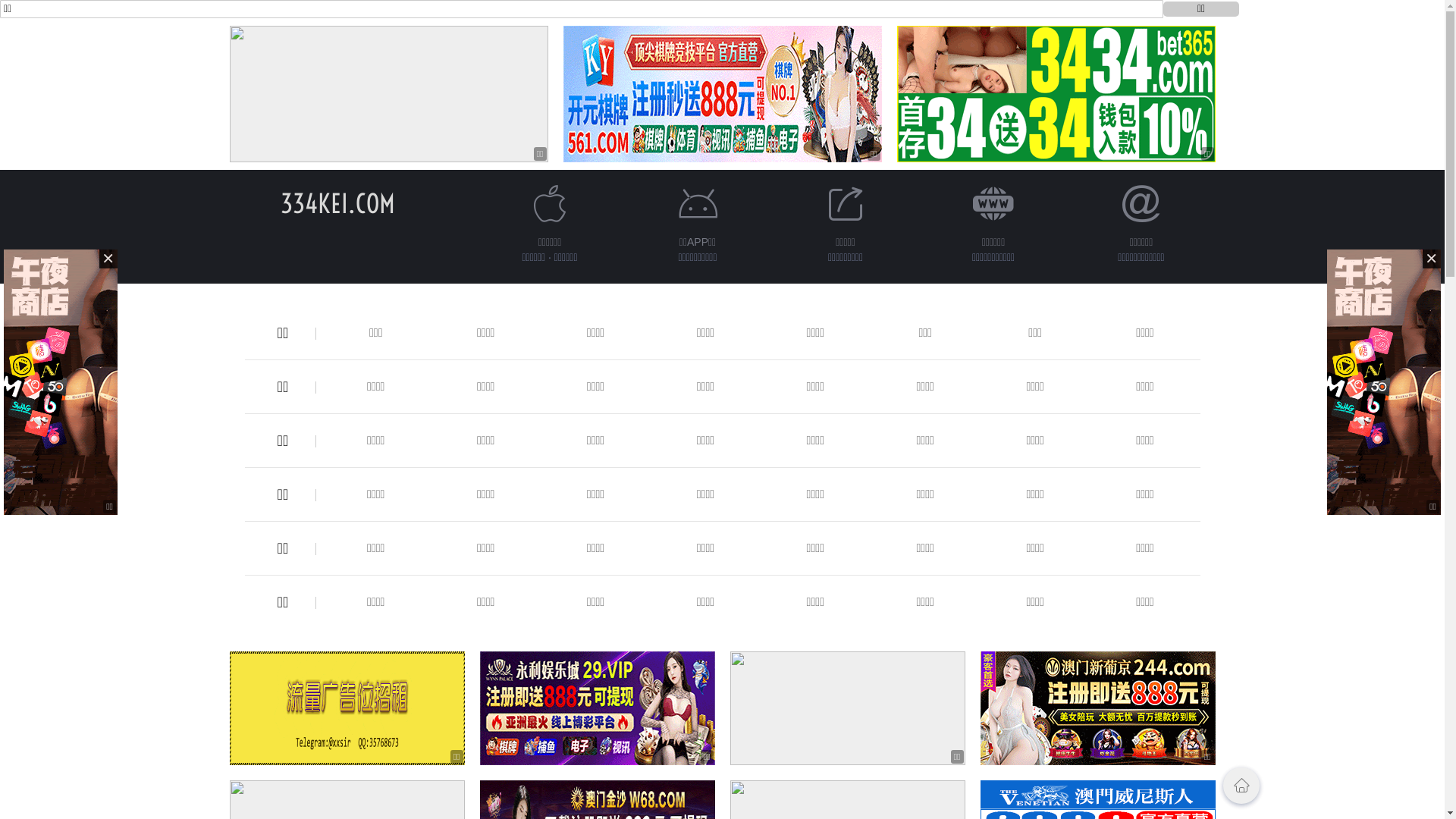 The height and width of the screenshot is (819, 1456). What do you see at coordinates (337, 202) in the screenshot?
I see `'334KEI.COM'` at bounding box center [337, 202].